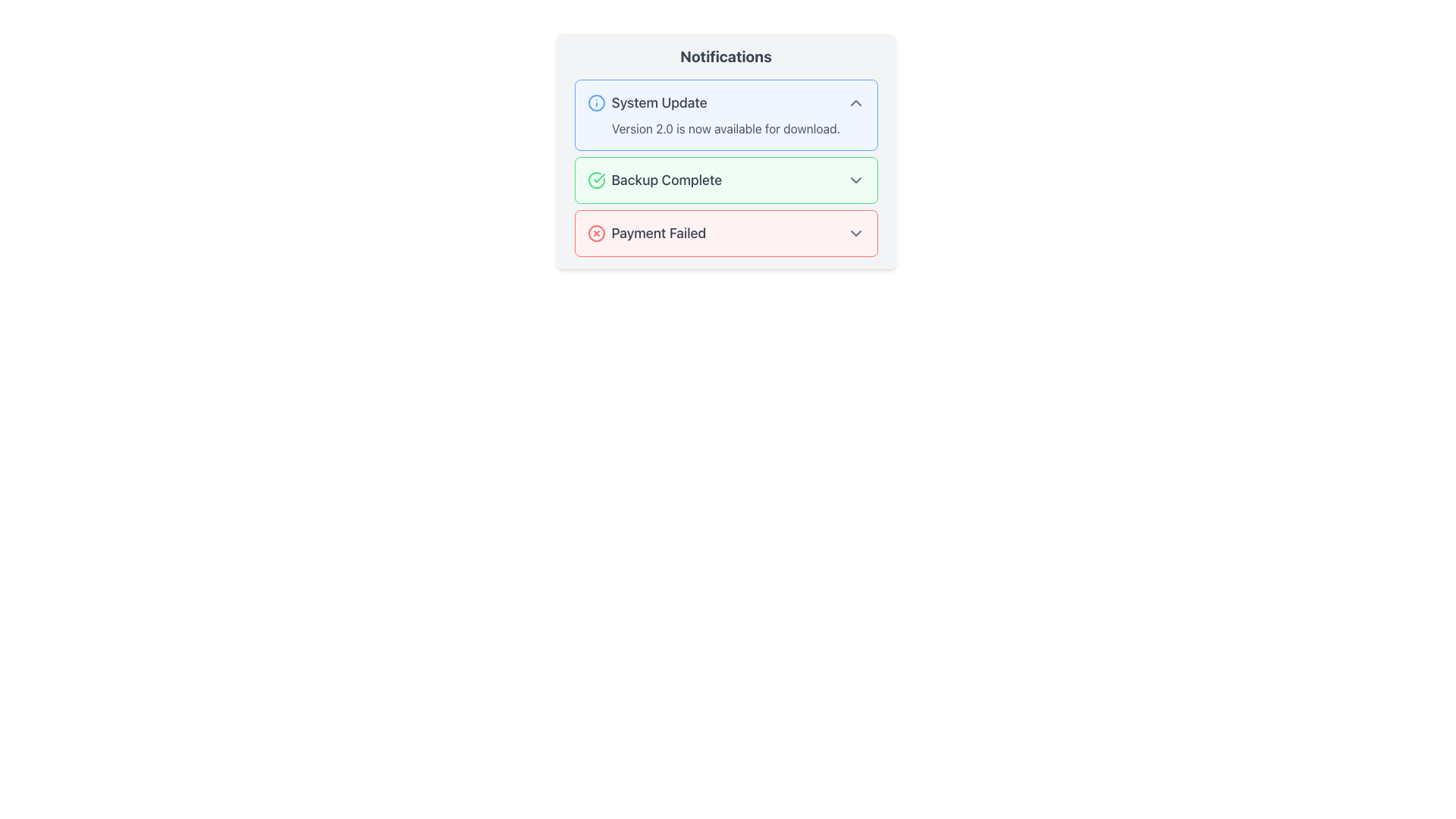 Image resolution: width=1456 pixels, height=819 pixels. Describe the element at coordinates (855, 102) in the screenshot. I see `the chevron-shaped icon on the right side of the 'System Update' notification box` at that location.